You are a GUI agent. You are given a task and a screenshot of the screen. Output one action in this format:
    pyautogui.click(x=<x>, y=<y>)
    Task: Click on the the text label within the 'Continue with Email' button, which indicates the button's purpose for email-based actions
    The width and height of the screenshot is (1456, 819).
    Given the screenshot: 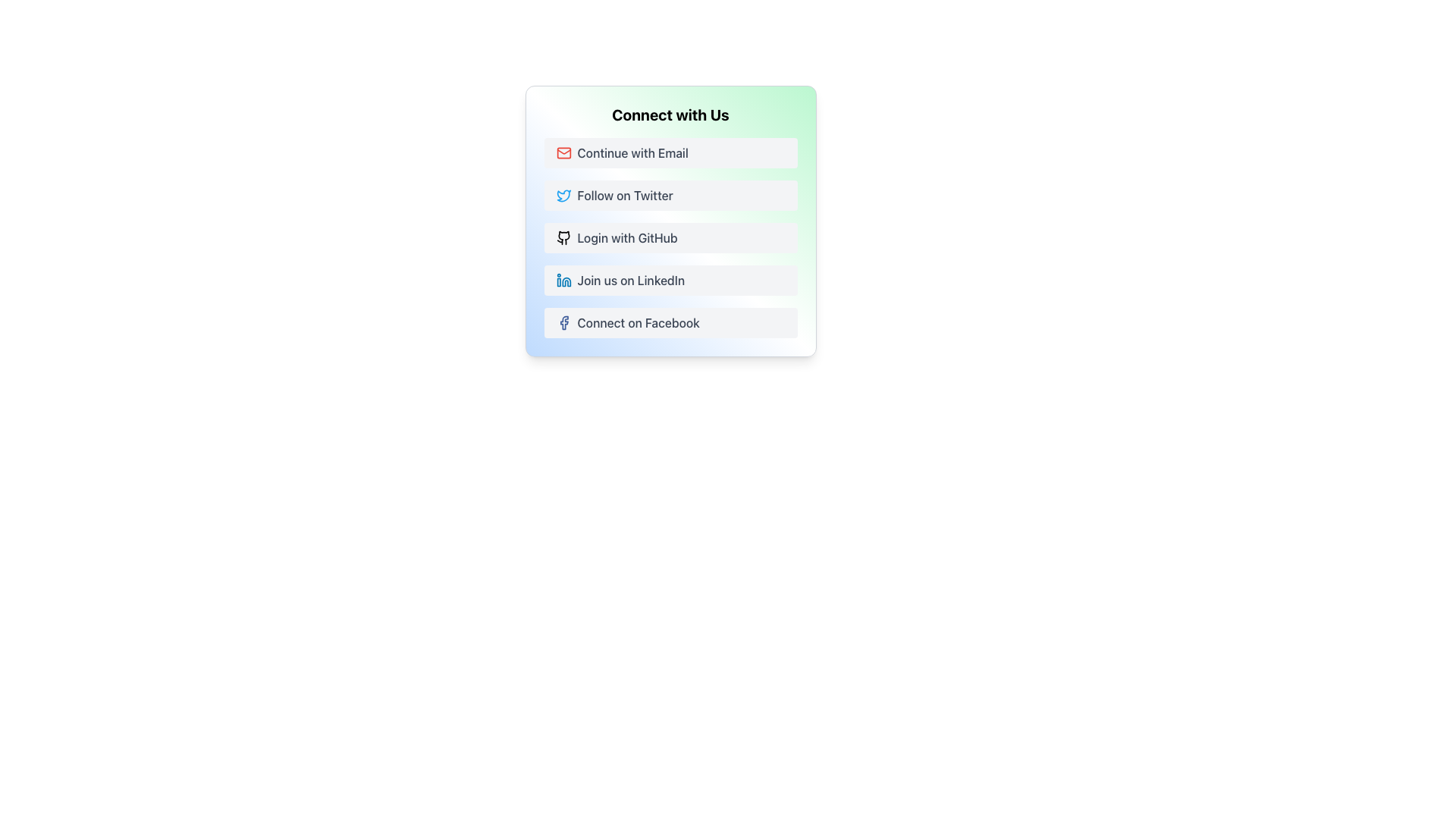 What is the action you would take?
    pyautogui.click(x=632, y=152)
    